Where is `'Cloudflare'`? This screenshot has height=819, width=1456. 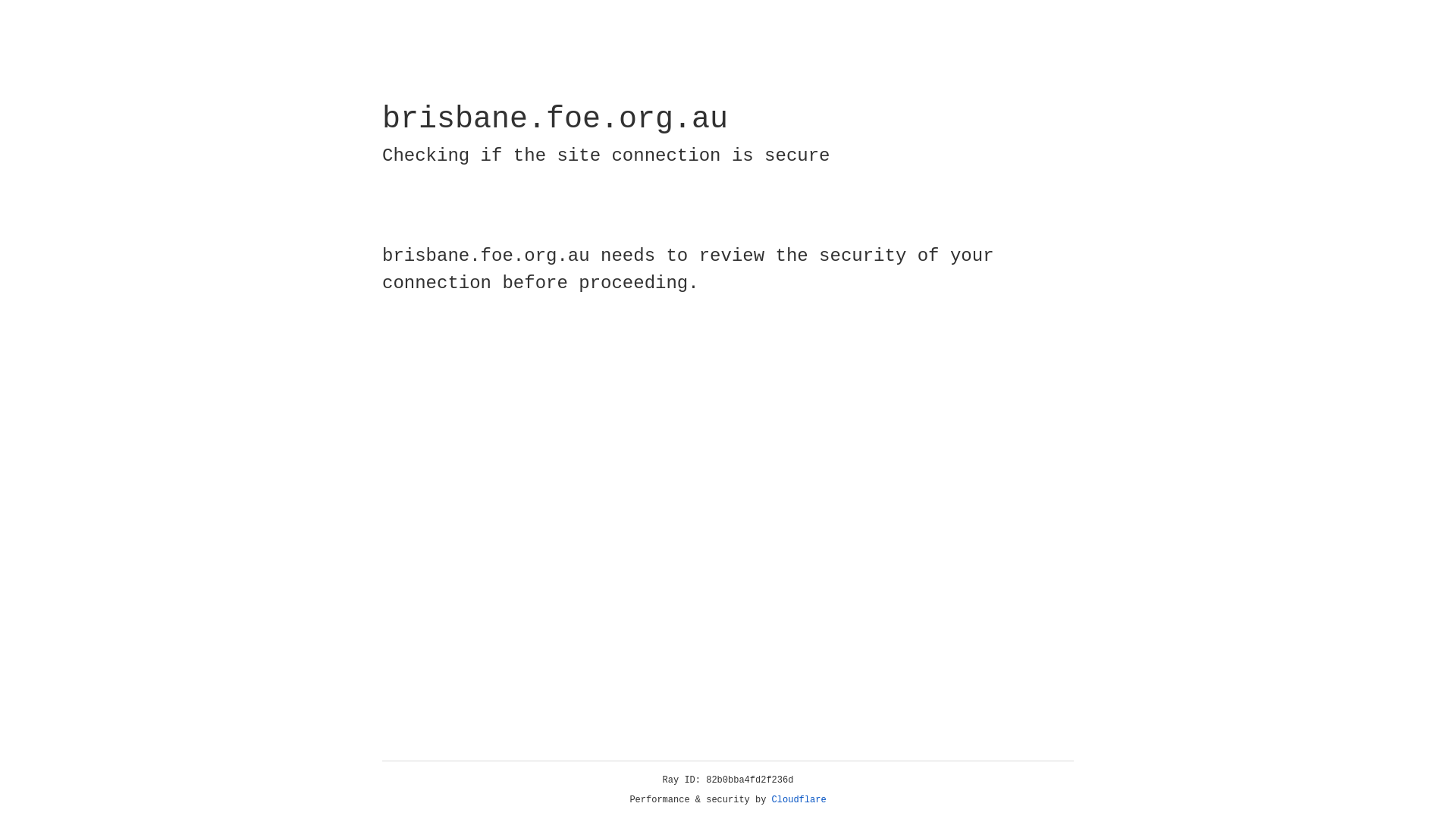
'Cloudflare' is located at coordinates (799, 799).